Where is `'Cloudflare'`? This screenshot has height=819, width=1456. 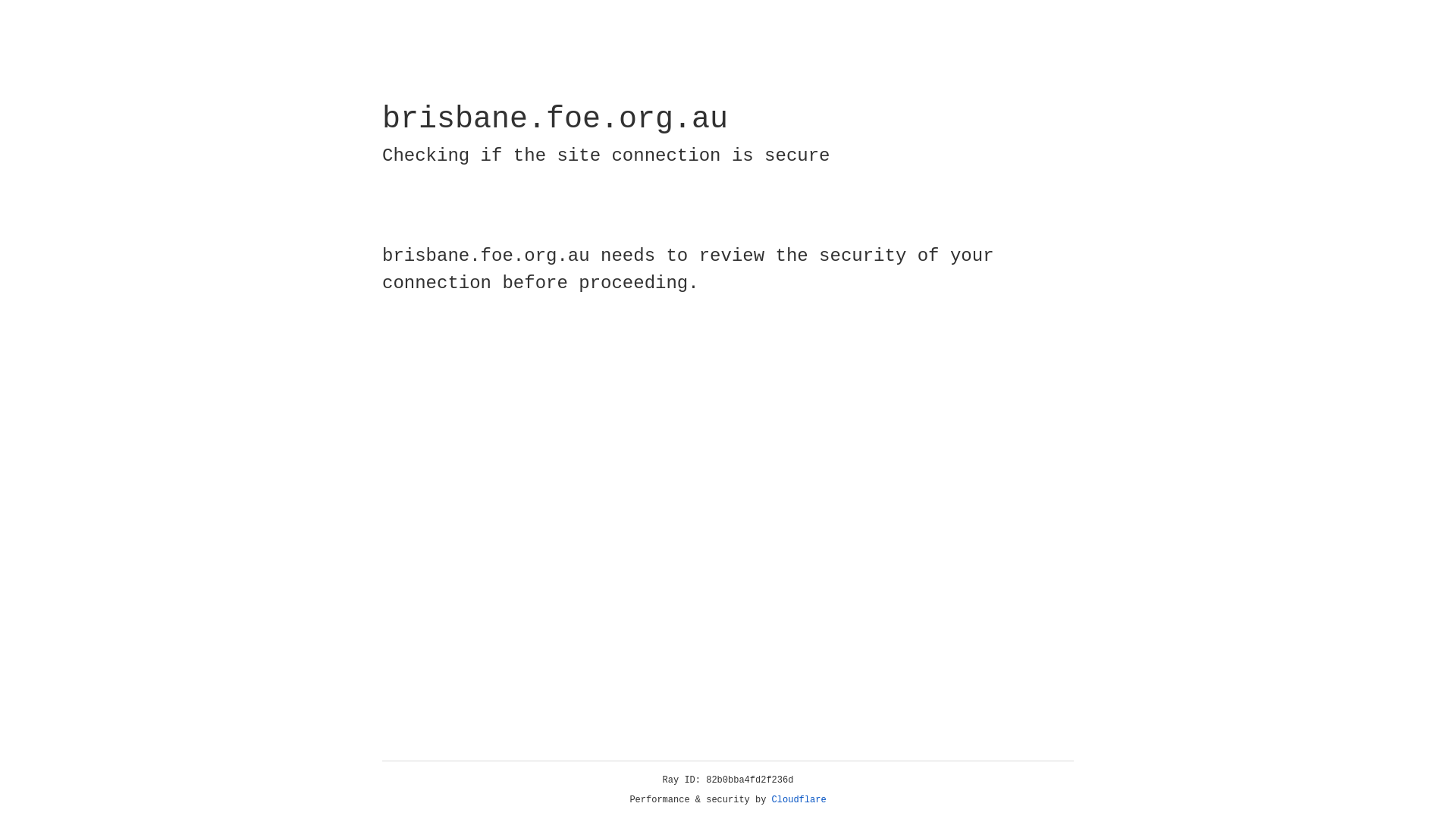
'Cloudflare' is located at coordinates (799, 799).